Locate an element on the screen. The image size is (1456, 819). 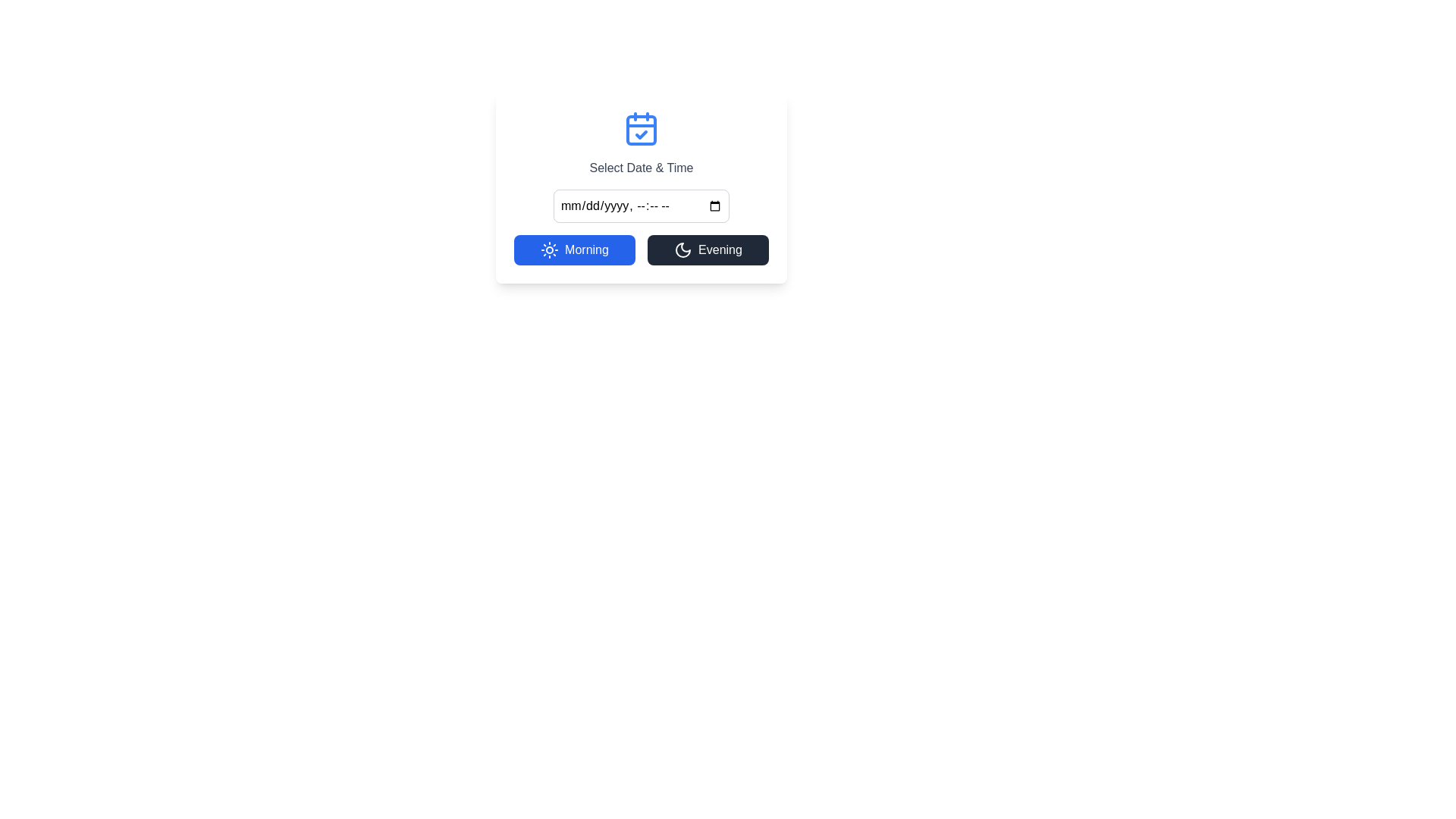
the rectangular button labeled 'Evening' with a moon icon is located at coordinates (708, 249).